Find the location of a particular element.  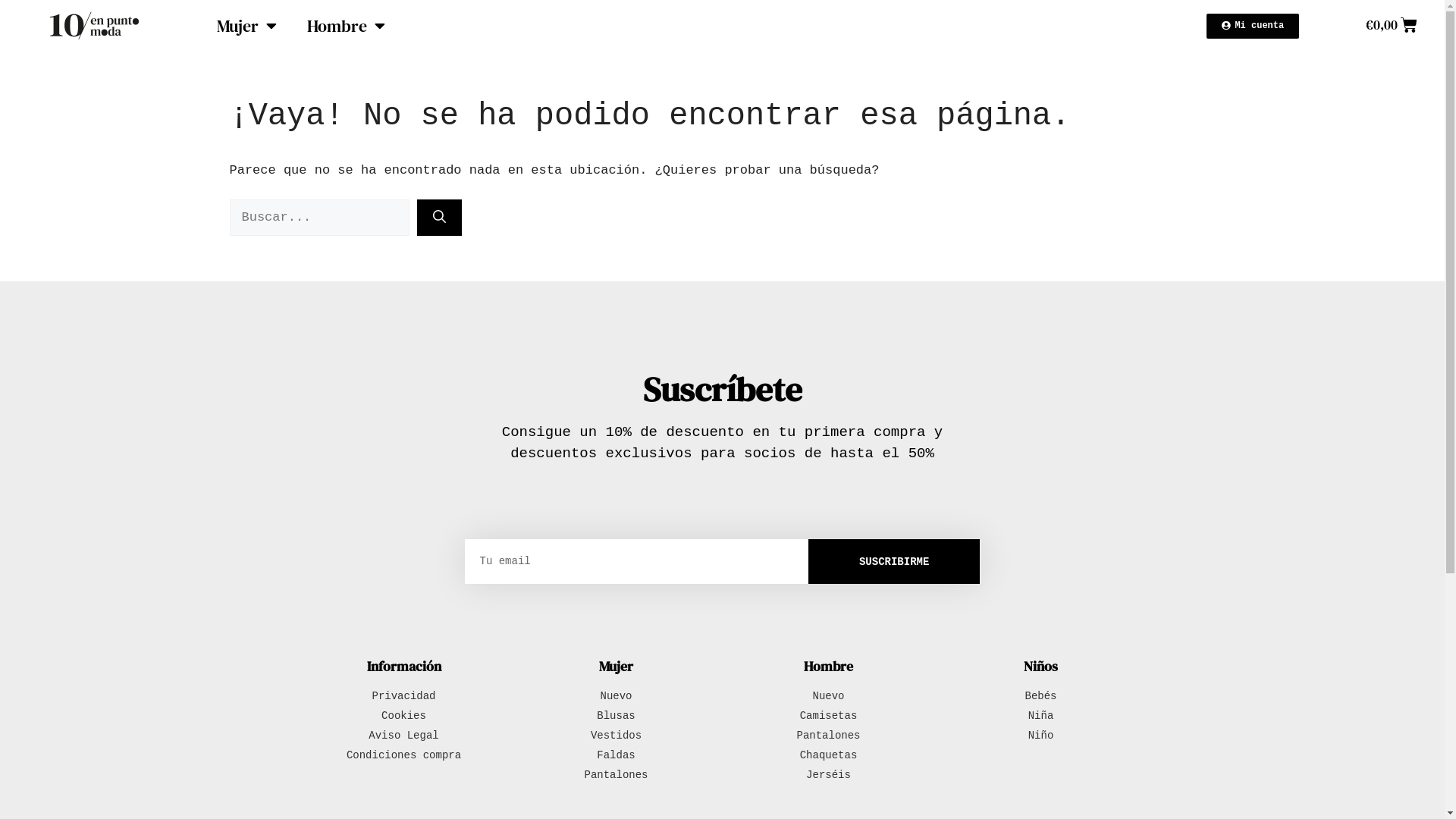

'Camisetas' is located at coordinates (827, 716).